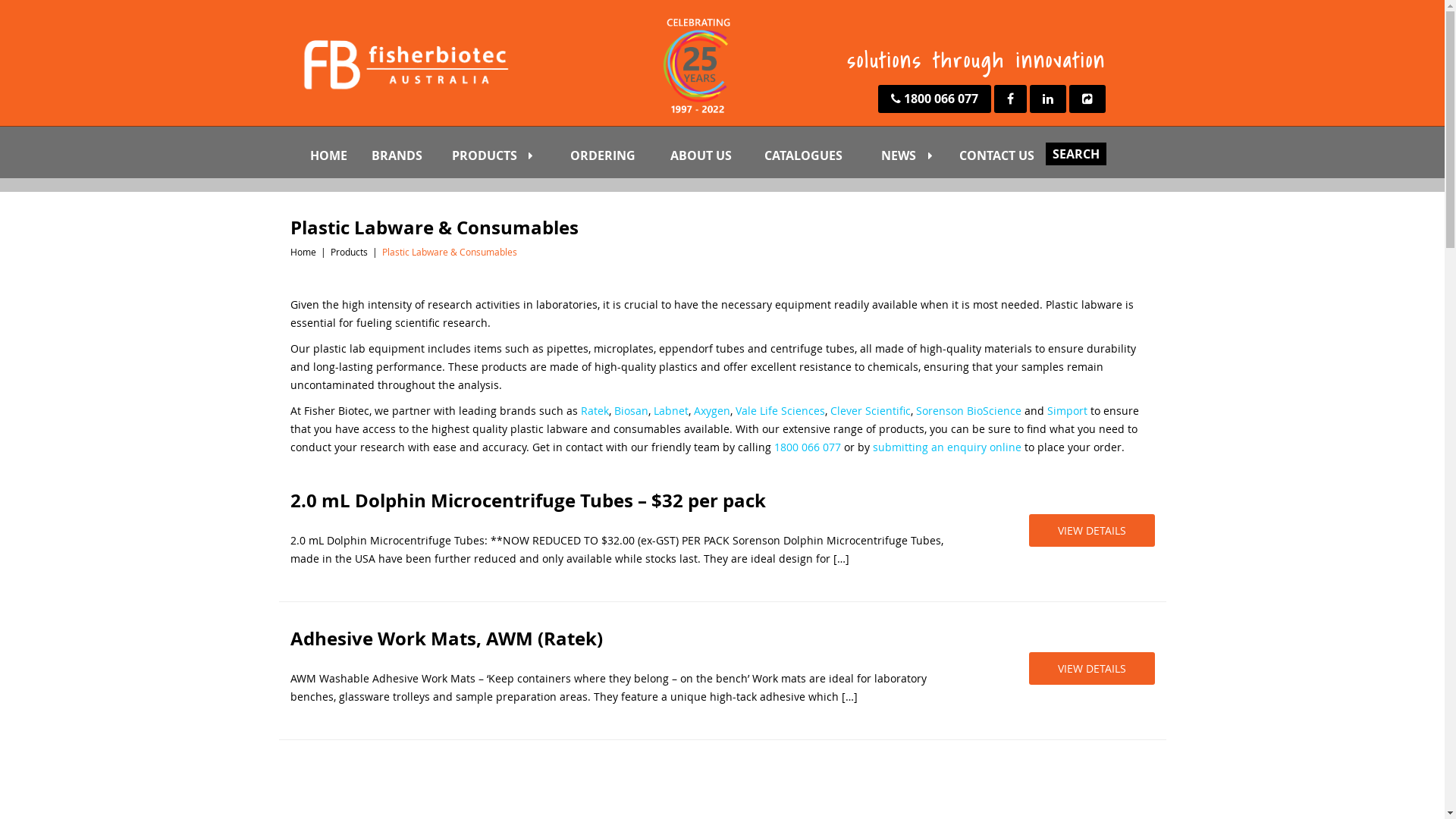  What do you see at coordinates (1065, 410) in the screenshot?
I see `'Simport'` at bounding box center [1065, 410].